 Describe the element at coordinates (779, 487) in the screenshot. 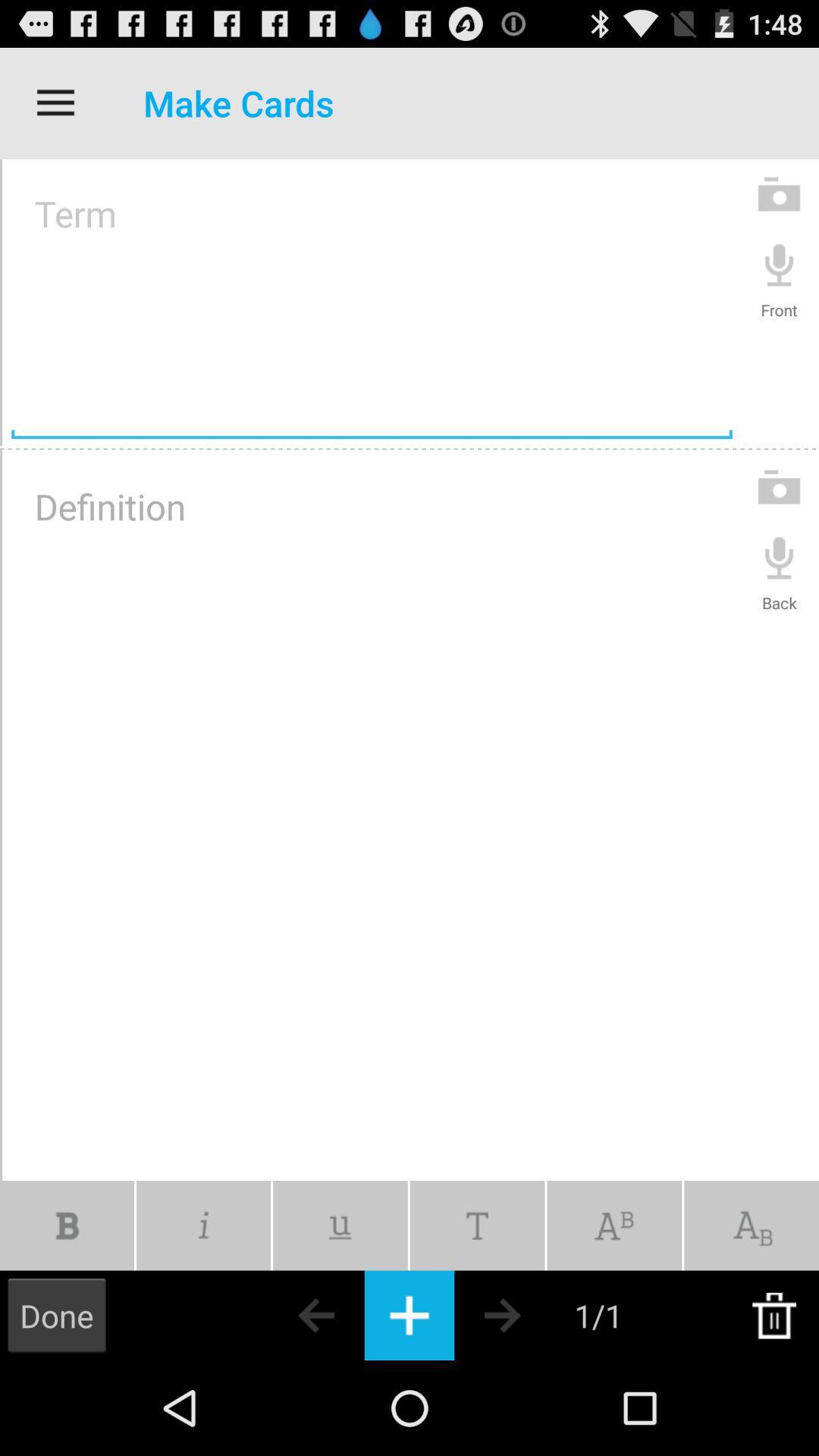

I see `instesd of take a photo use camera` at that location.